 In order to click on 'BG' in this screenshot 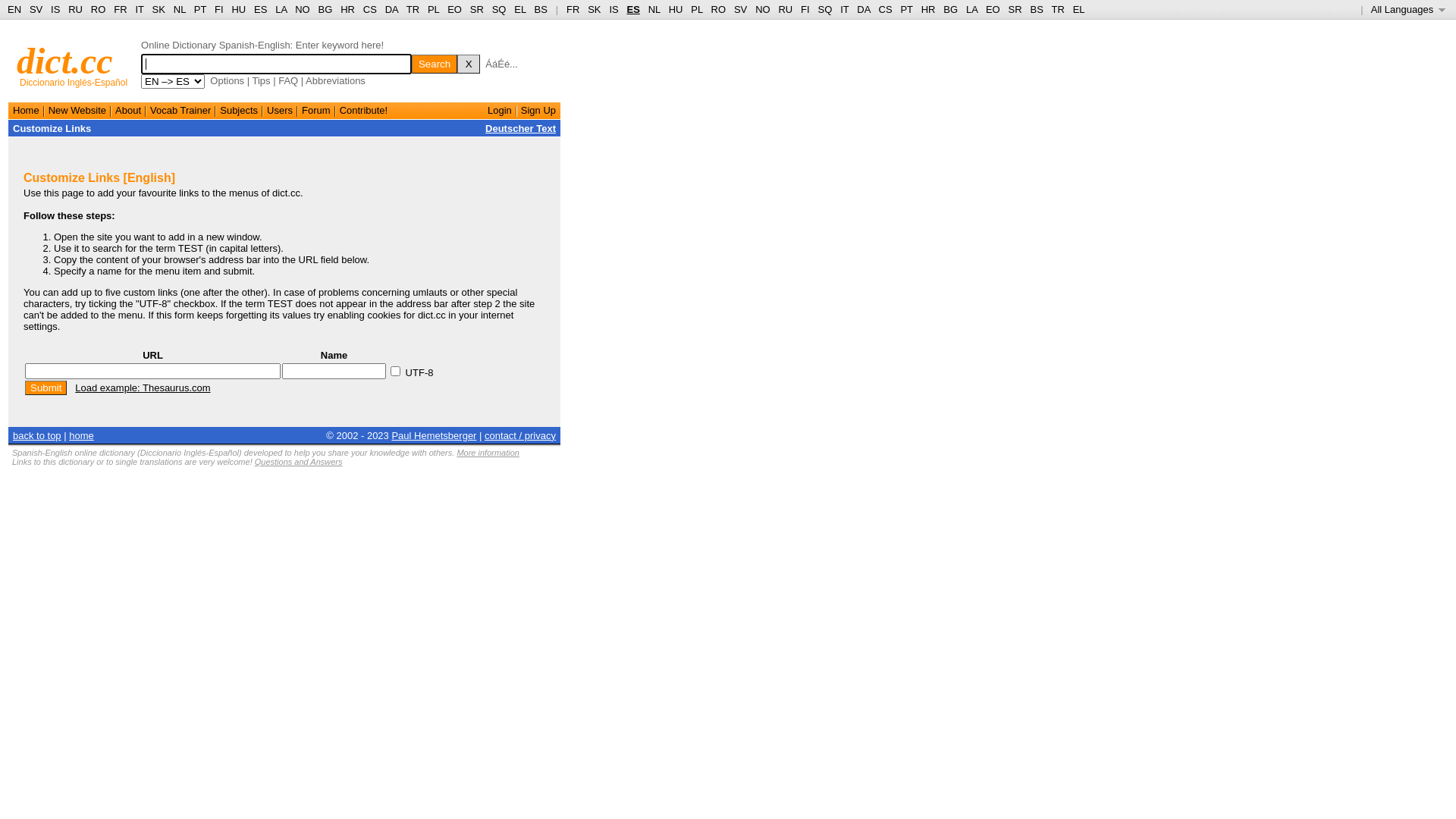, I will do `click(325, 9)`.